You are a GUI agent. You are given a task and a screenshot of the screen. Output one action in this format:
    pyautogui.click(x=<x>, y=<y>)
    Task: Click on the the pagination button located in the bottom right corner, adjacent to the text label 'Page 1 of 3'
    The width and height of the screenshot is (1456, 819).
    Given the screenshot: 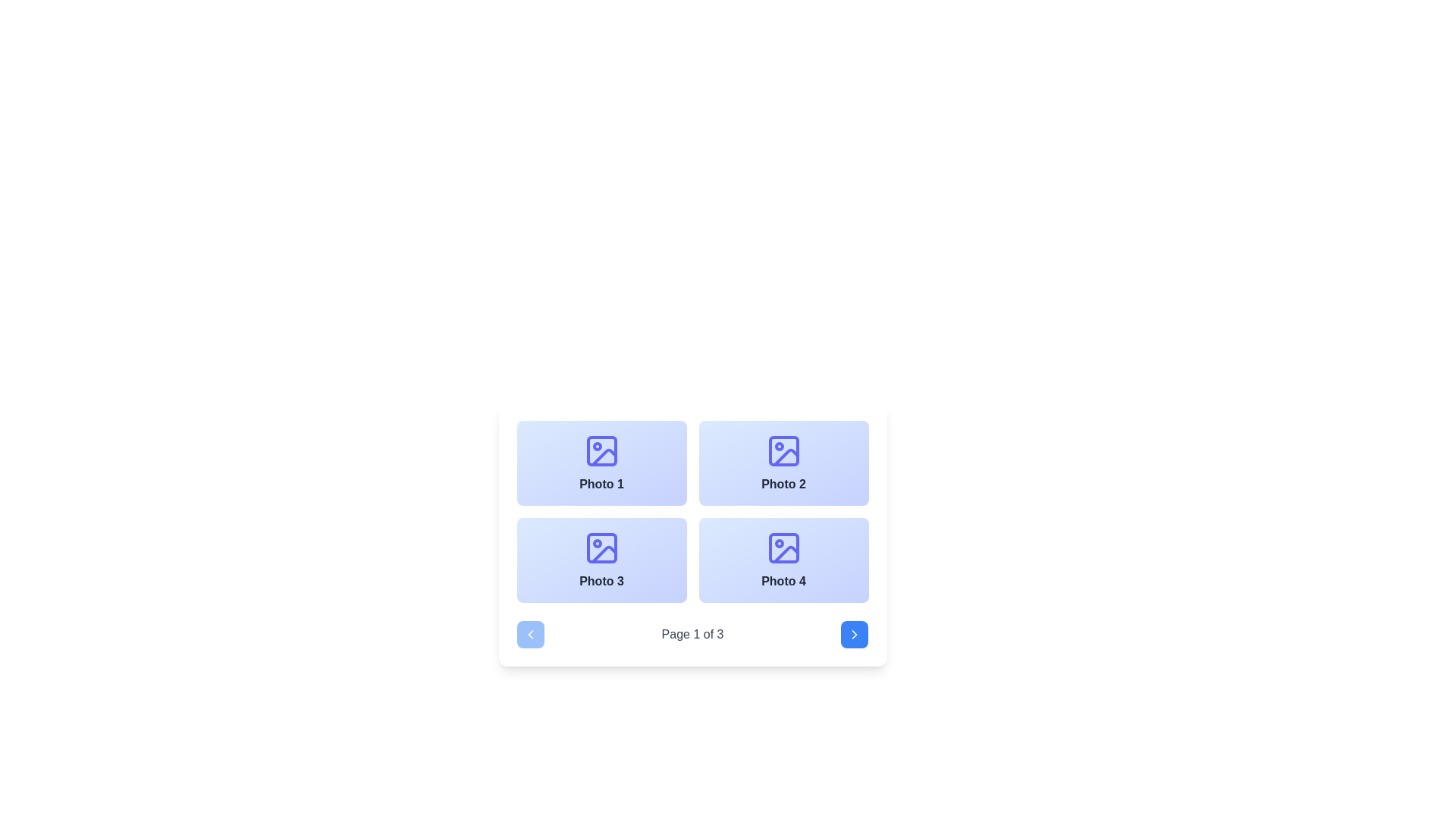 What is the action you would take?
    pyautogui.click(x=855, y=635)
    